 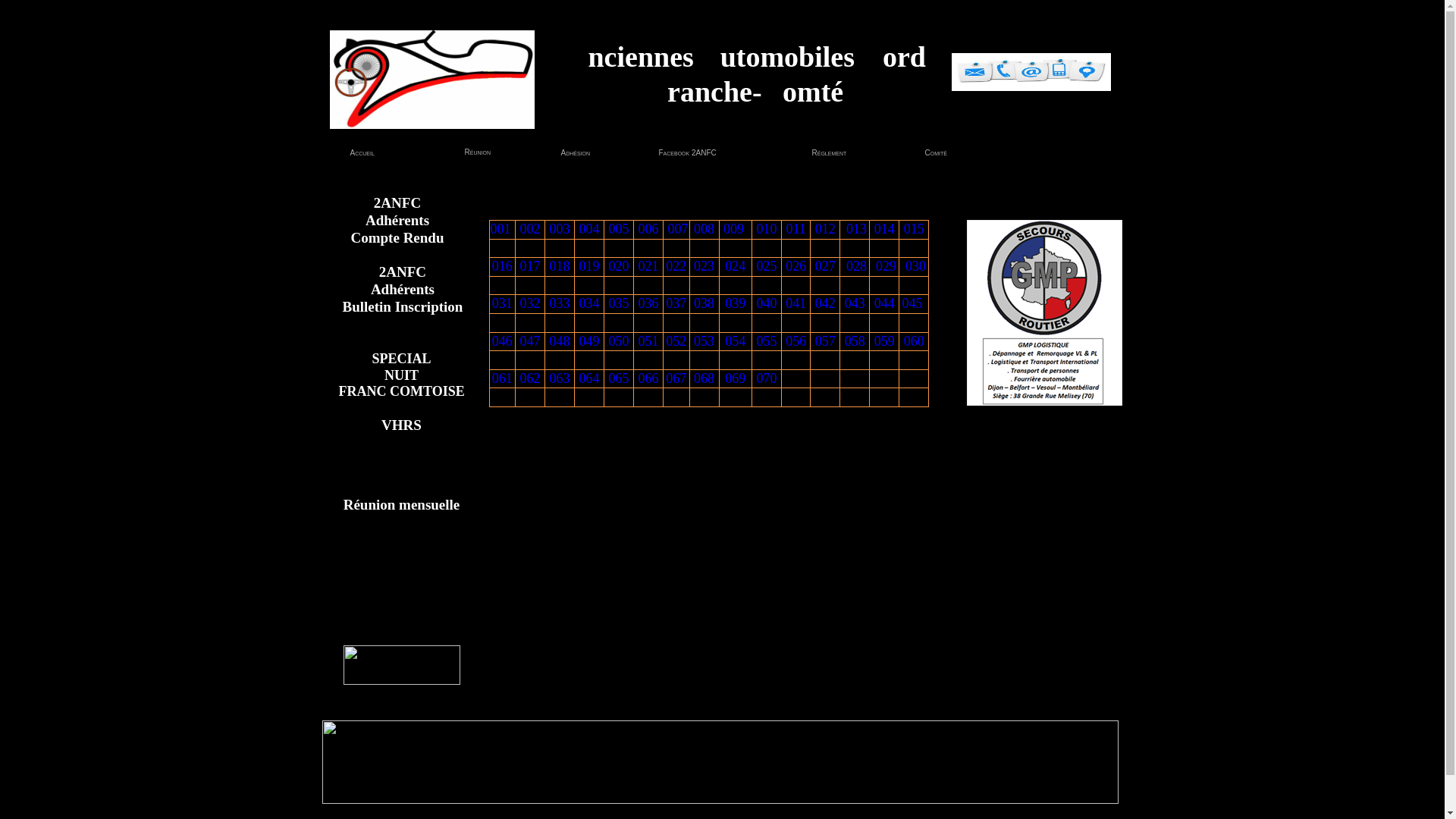 What do you see at coordinates (618, 265) in the screenshot?
I see `'020'` at bounding box center [618, 265].